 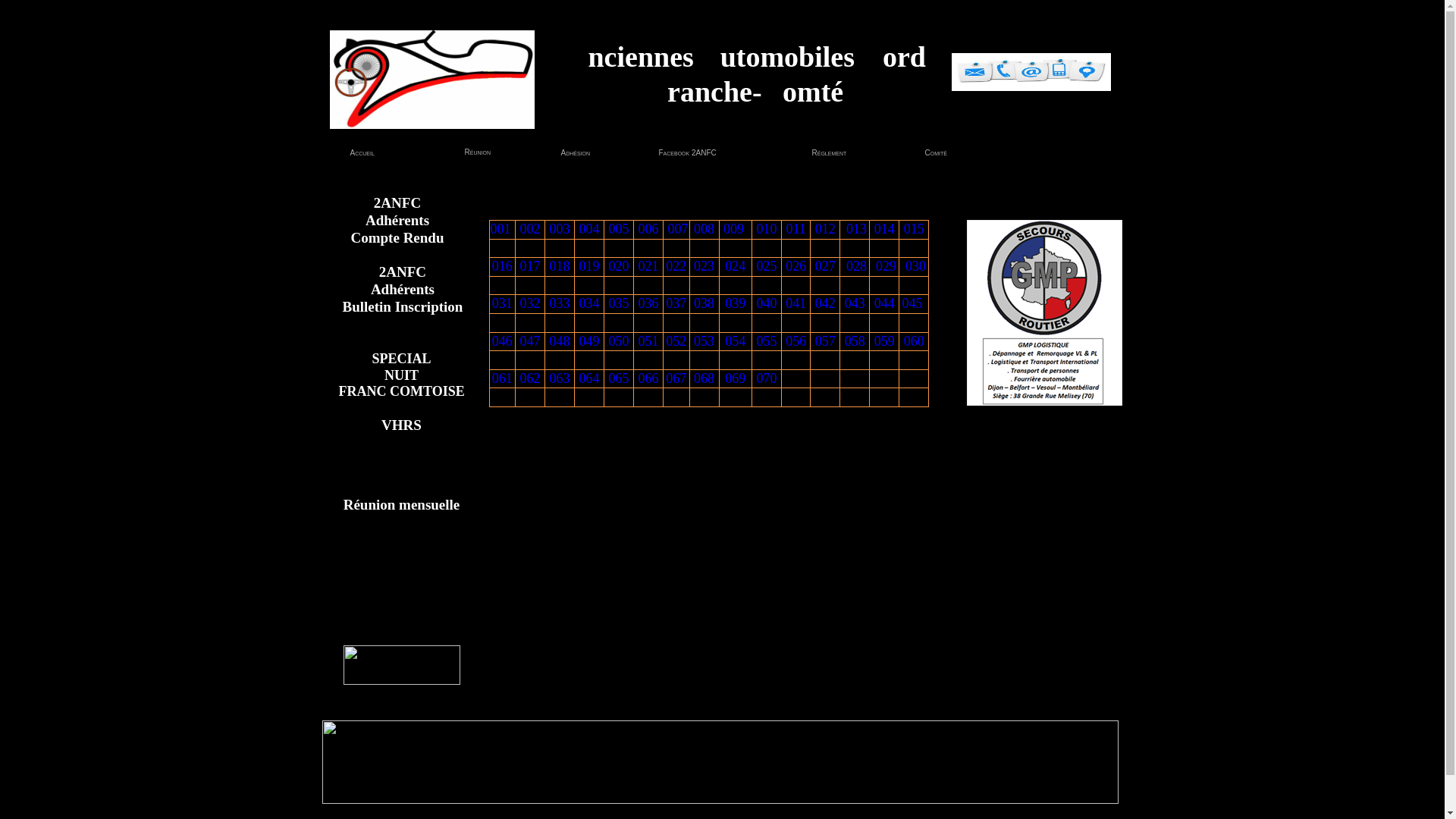 What do you see at coordinates (618, 265) in the screenshot?
I see `'020'` at bounding box center [618, 265].